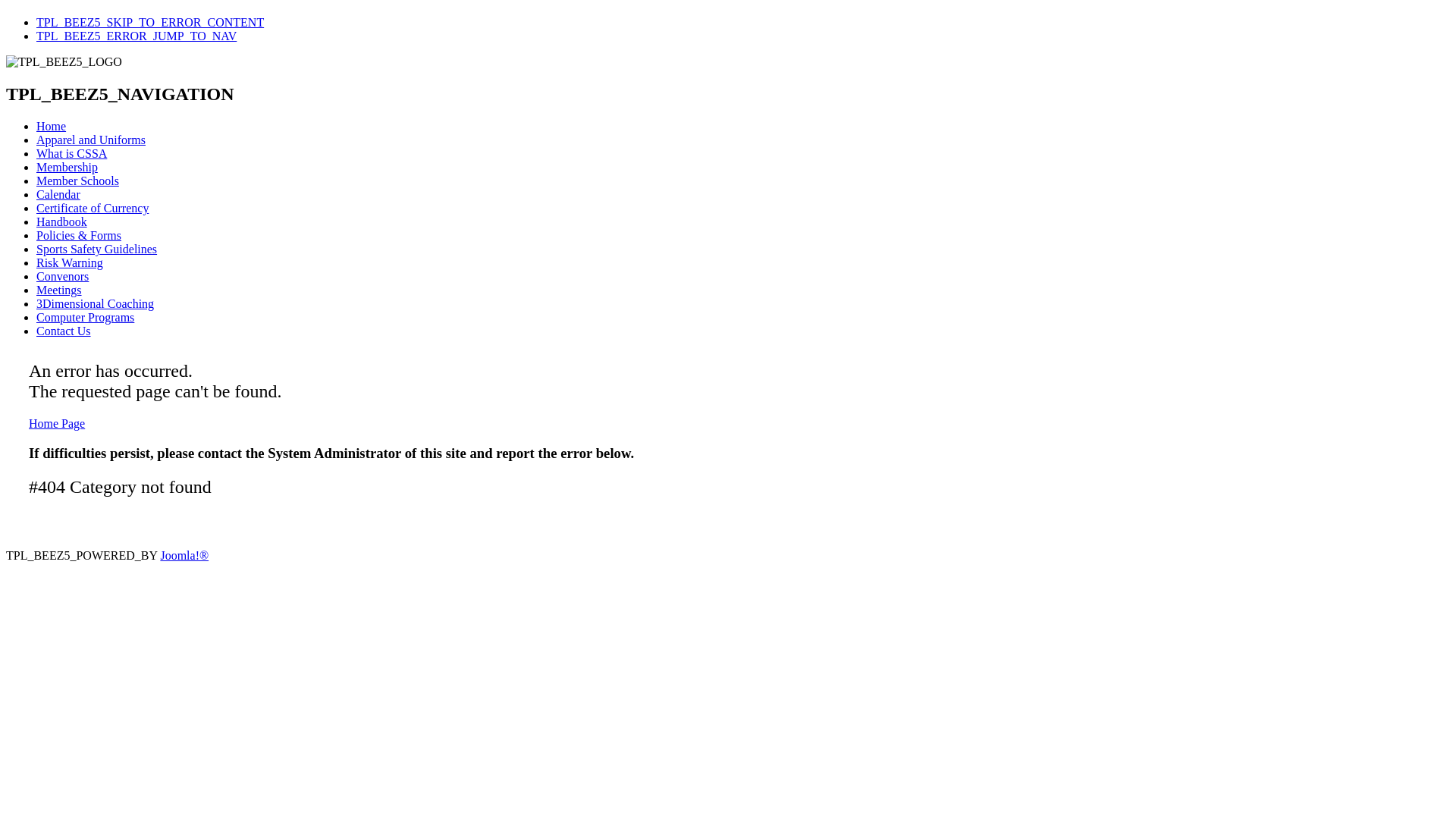  Describe the element at coordinates (90, 140) in the screenshot. I see `'Apparel and Uniforms'` at that location.